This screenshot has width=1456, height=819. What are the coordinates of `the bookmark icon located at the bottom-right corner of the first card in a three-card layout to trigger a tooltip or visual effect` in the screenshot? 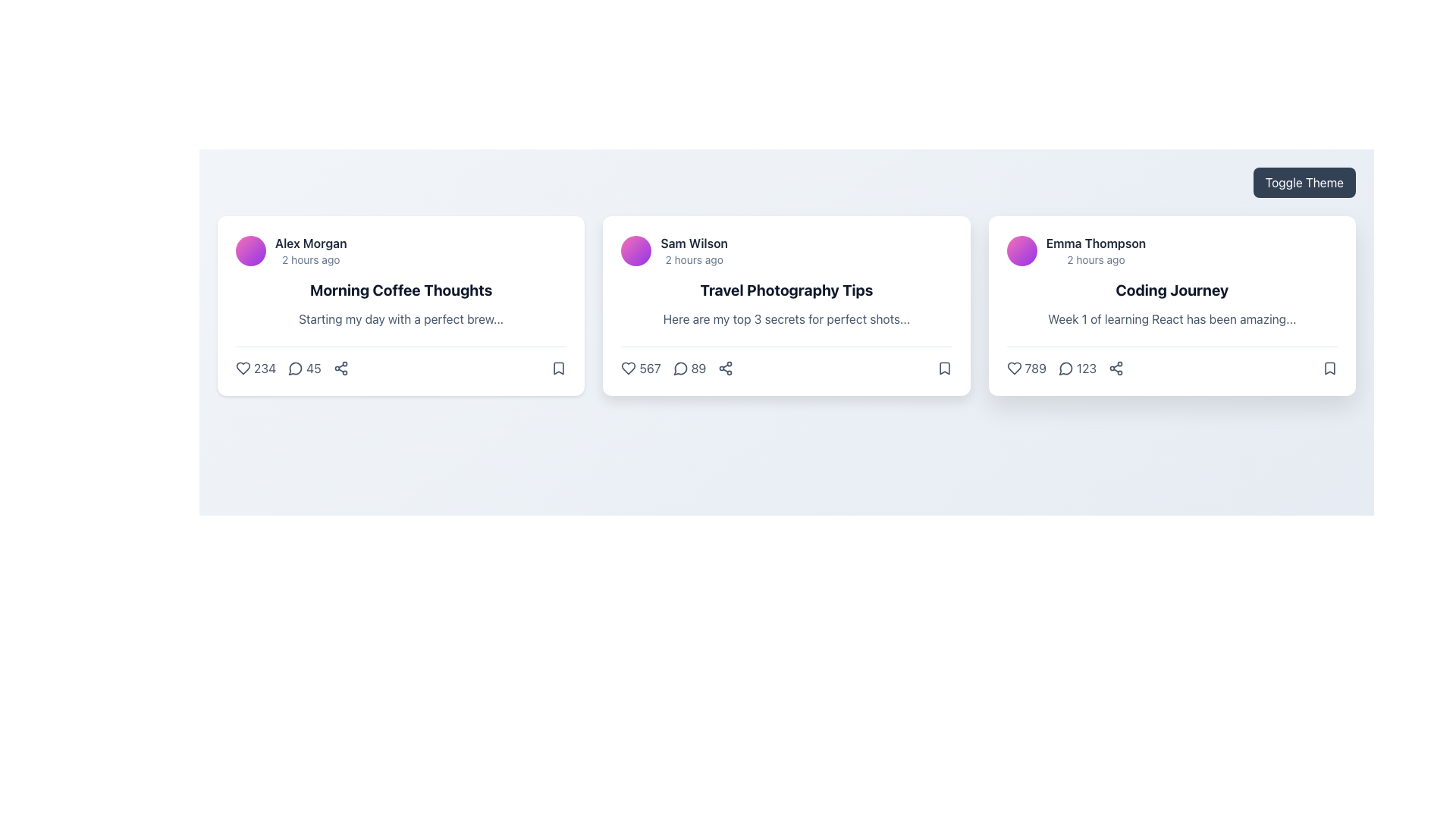 It's located at (558, 369).